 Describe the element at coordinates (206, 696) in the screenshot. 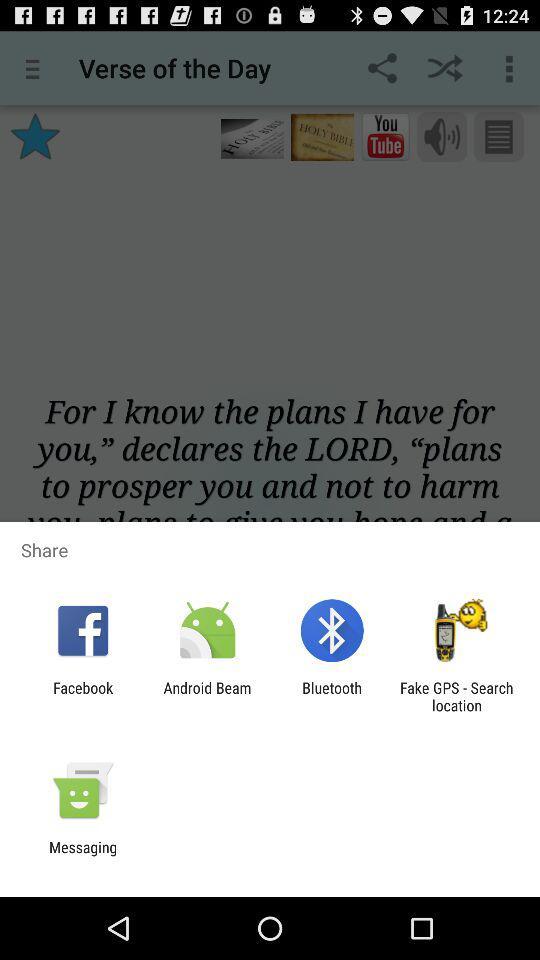

I see `the android beam app` at that location.